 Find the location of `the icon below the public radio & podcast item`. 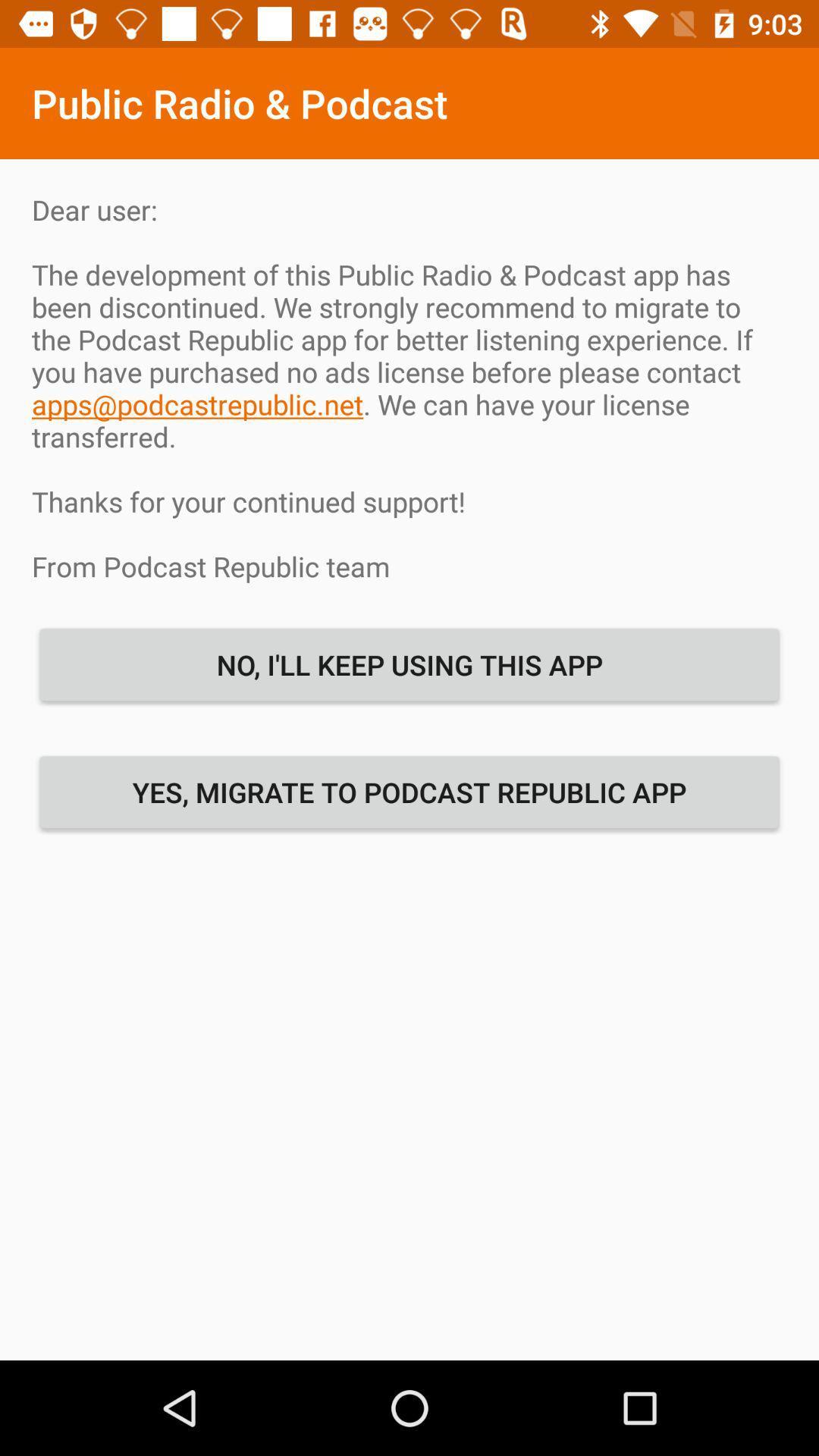

the icon below the public radio & podcast item is located at coordinates (409, 388).